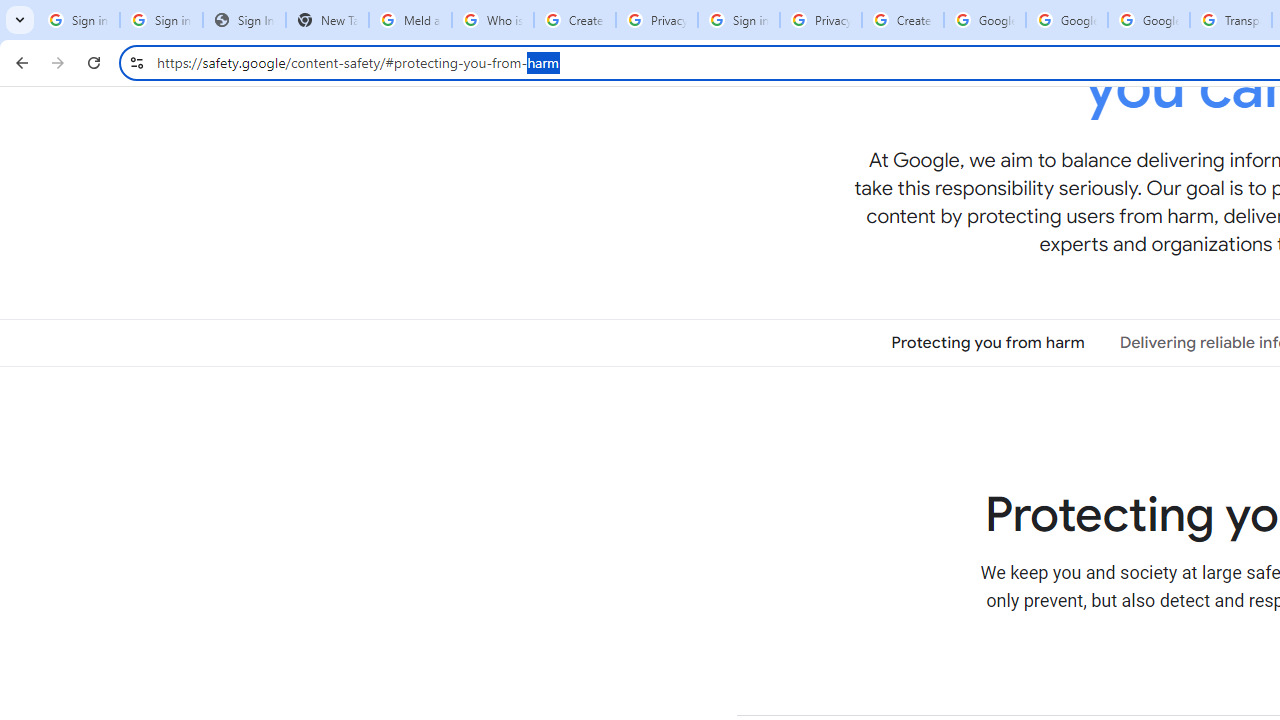 Image resolution: width=1280 pixels, height=720 pixels. What do you see at coordinates (492, 20) in the screenshot?
I see `'Who is my administrator? - Google Account Help'` at bounding box center [492, 20].